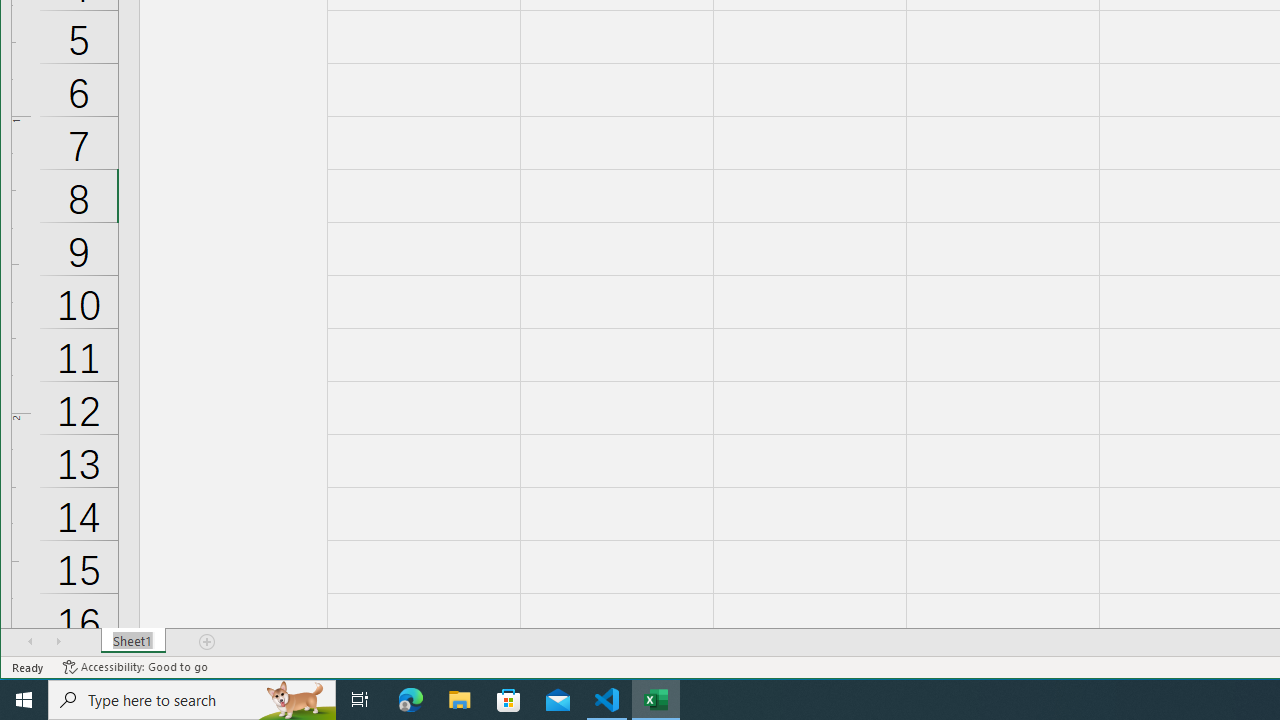  What do you see at coordinates (192, 698) in the screenshot?
I see `'Type here to search'` at bounding box center [192, 698].